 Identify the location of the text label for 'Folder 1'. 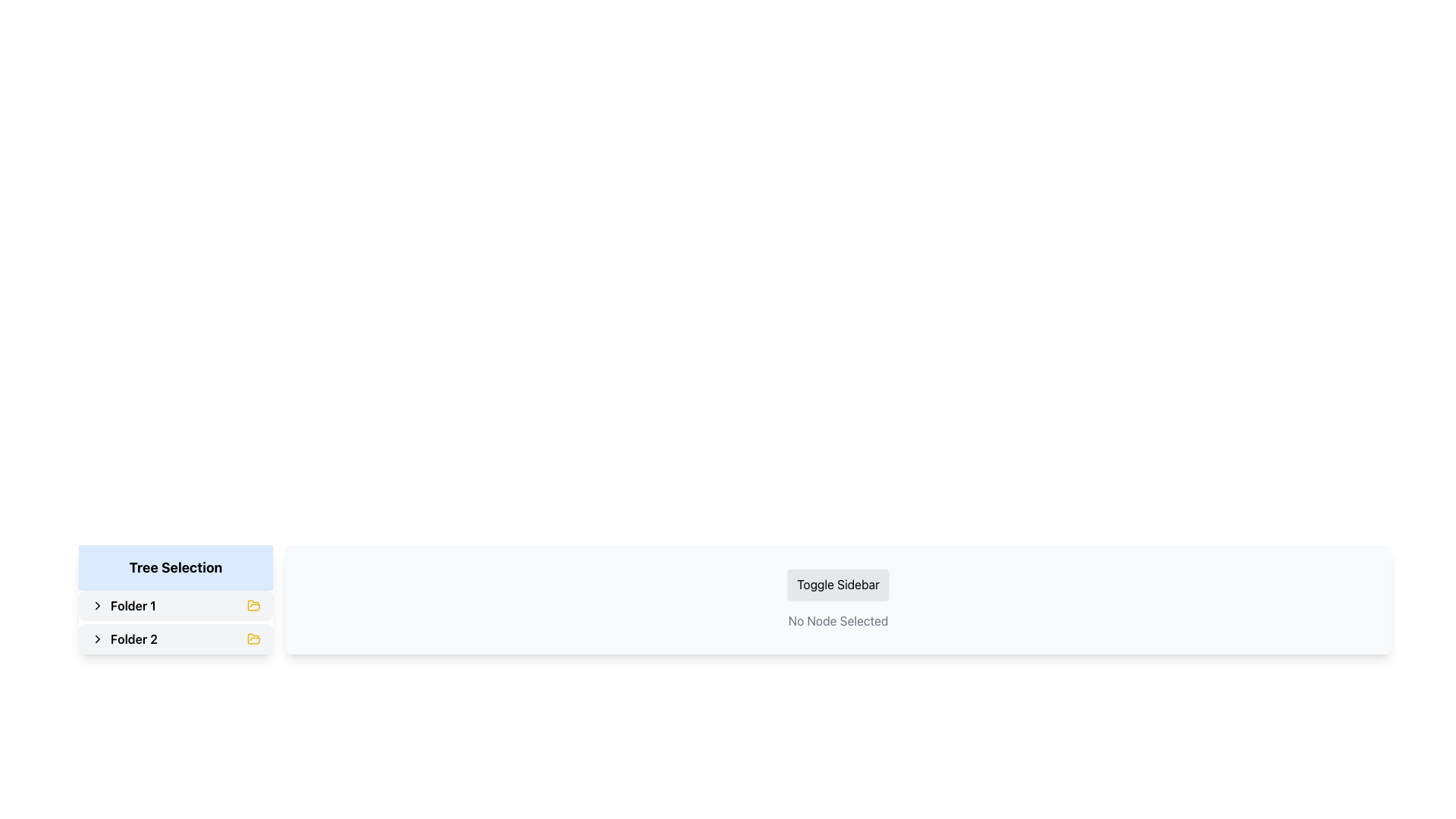
(133, 604).